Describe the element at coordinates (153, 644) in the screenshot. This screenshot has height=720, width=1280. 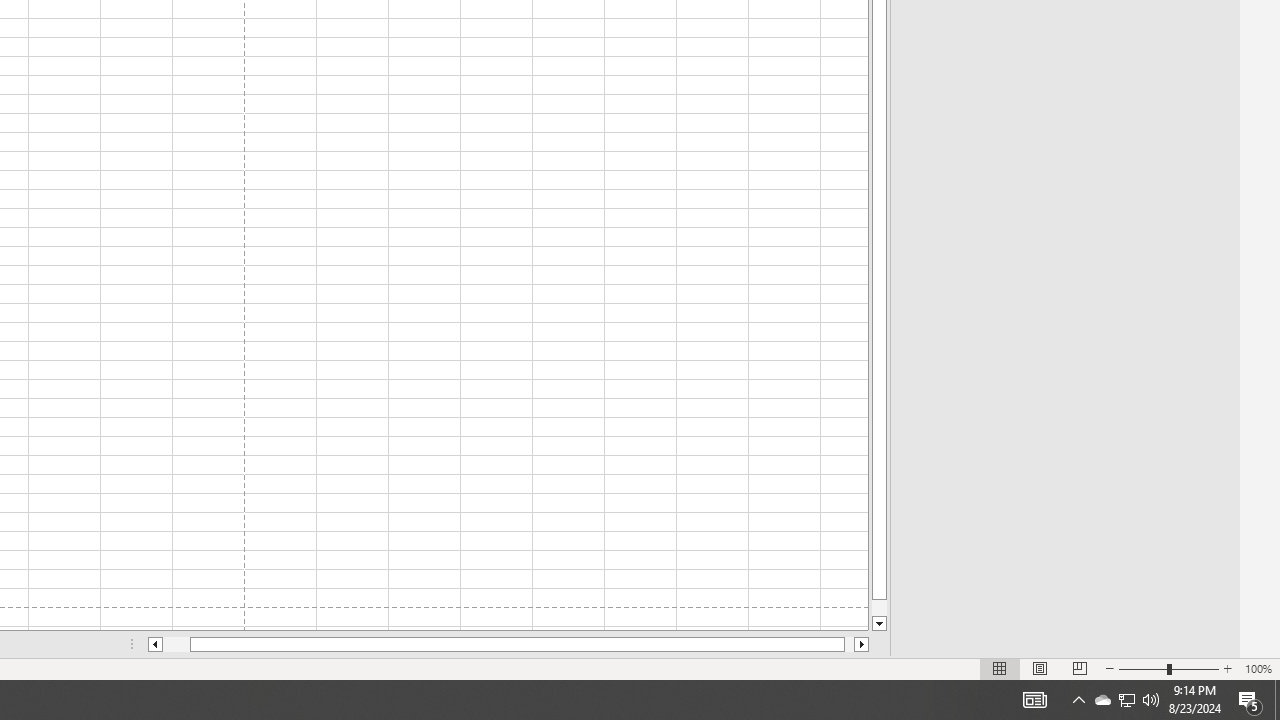
I see `'Column left'` at that location.